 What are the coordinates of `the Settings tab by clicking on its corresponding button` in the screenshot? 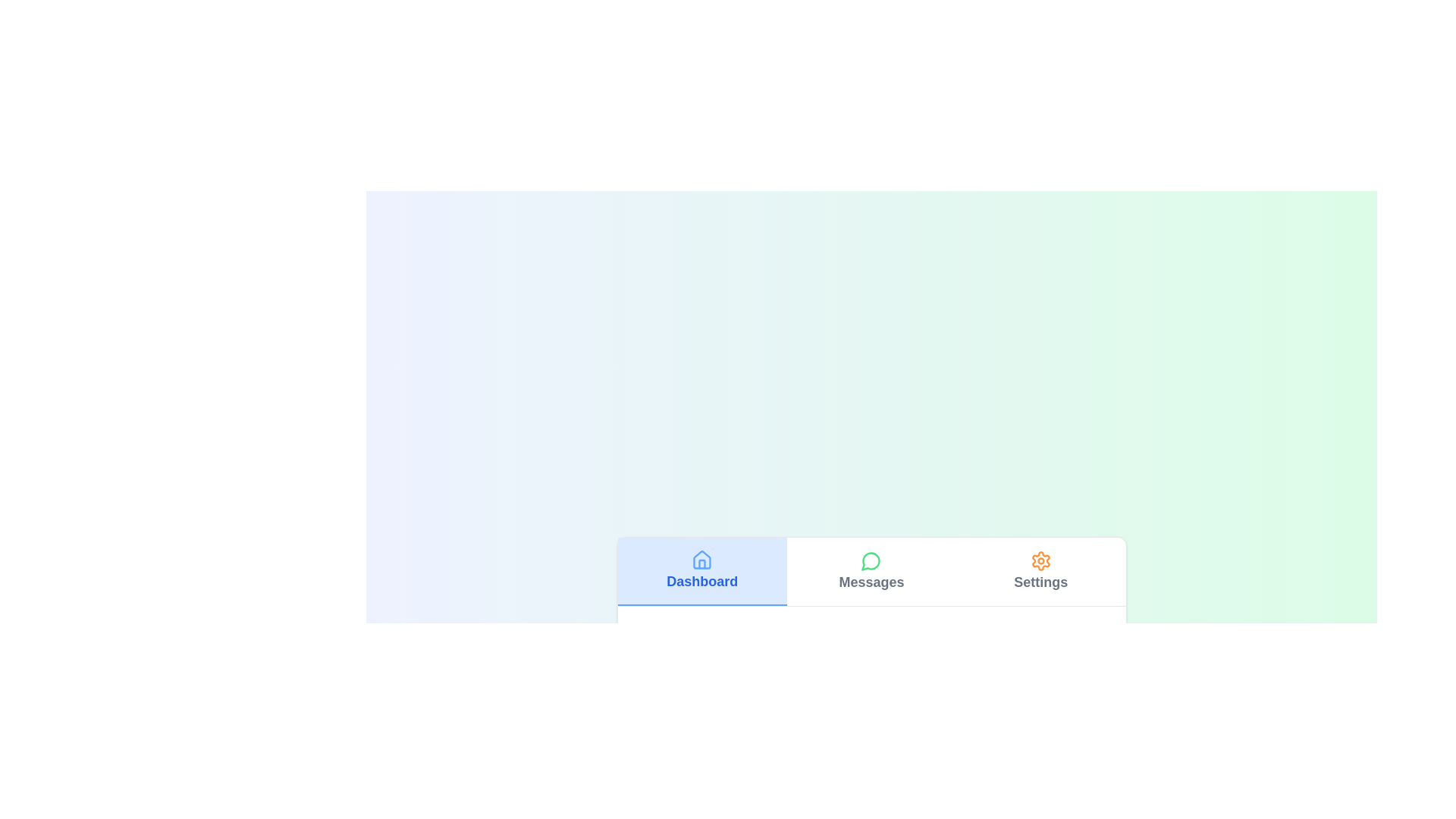 It's located at (1040, 570).